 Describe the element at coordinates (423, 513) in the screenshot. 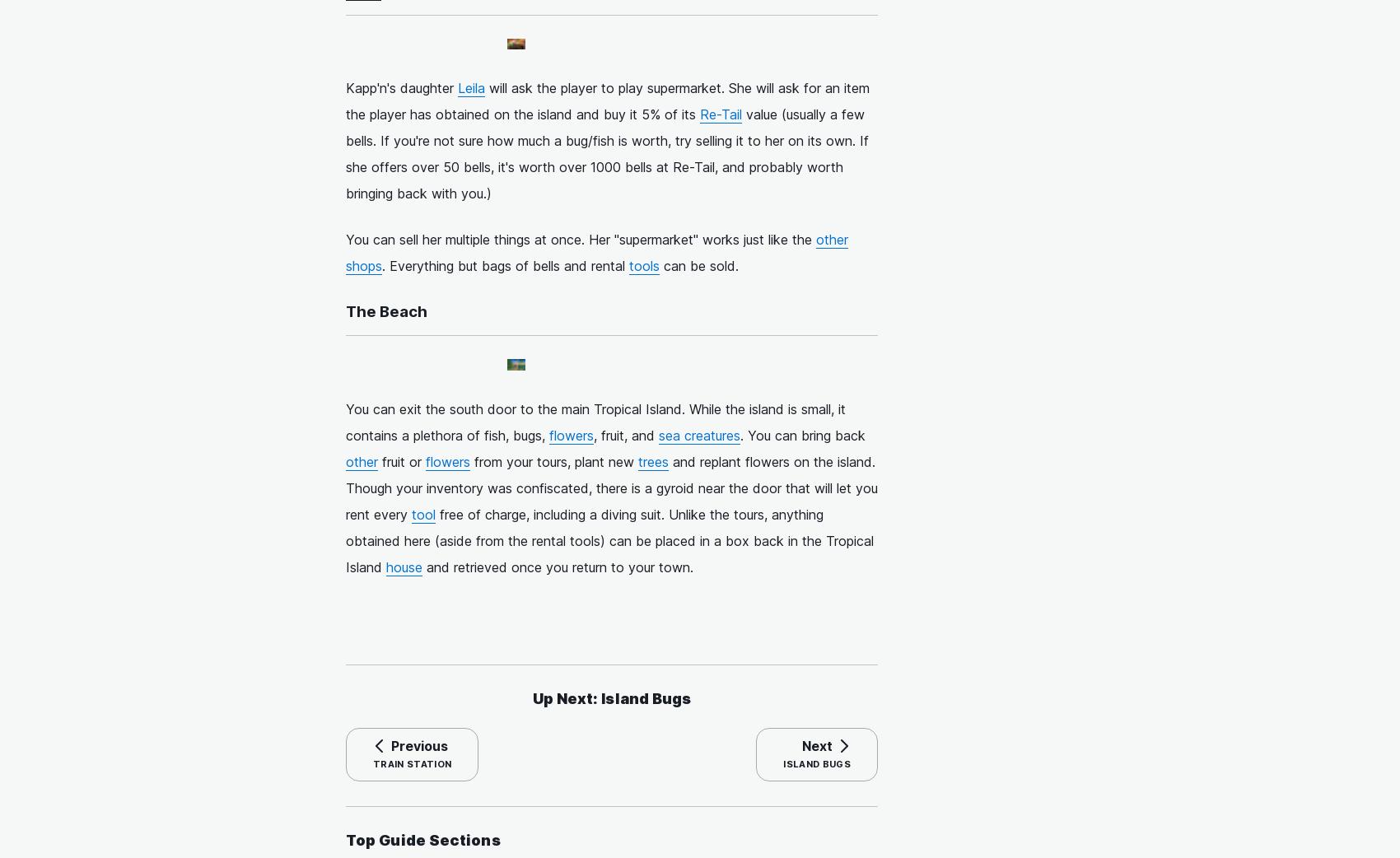

I see `'tool'` at that location.